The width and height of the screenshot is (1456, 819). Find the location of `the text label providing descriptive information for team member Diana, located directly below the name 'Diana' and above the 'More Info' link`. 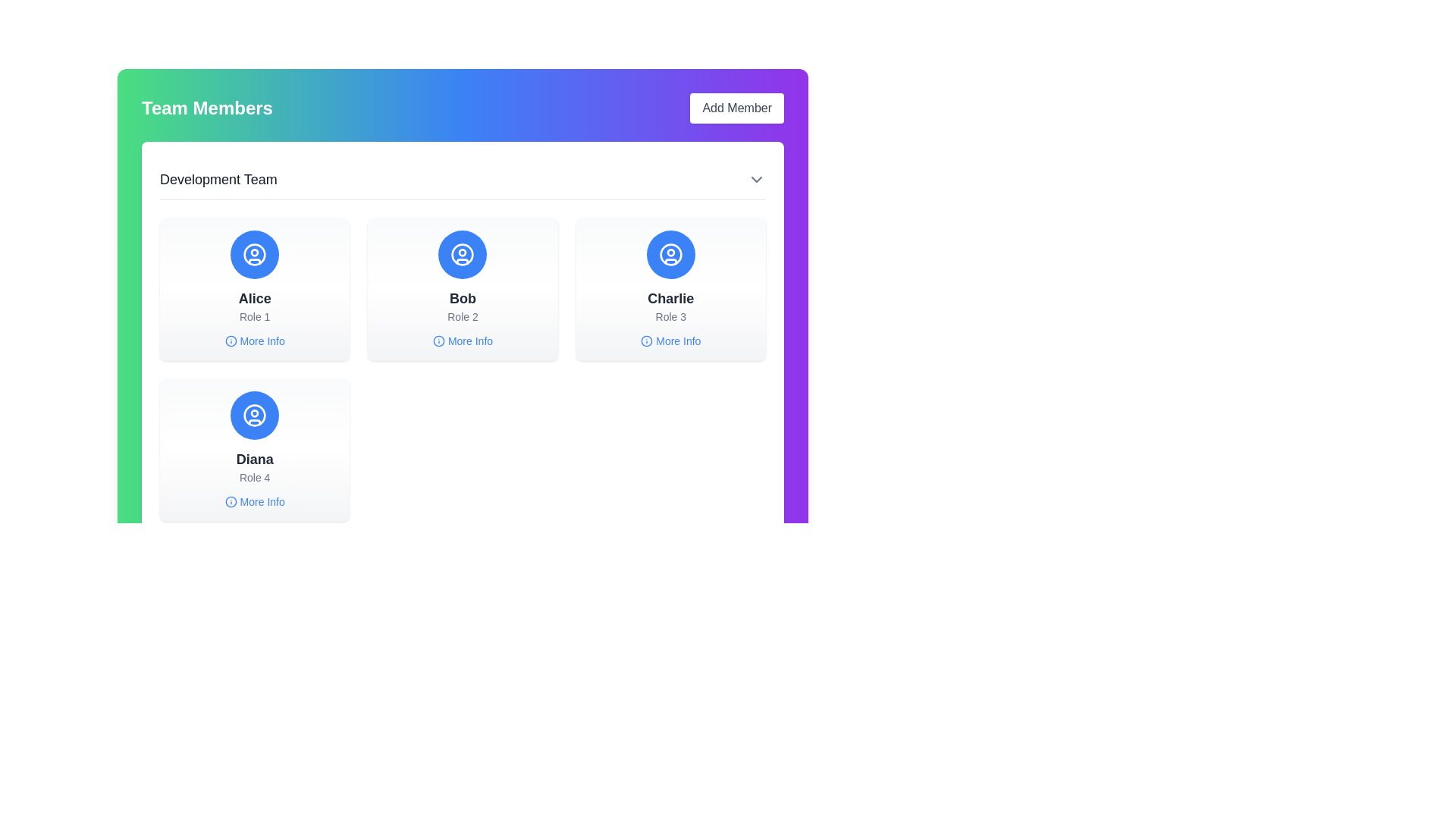

the text label providing descriptive information for team member Diana, located directly below the name 'Diana' and above the 'More Info' link is located at coordinates (255, 476).